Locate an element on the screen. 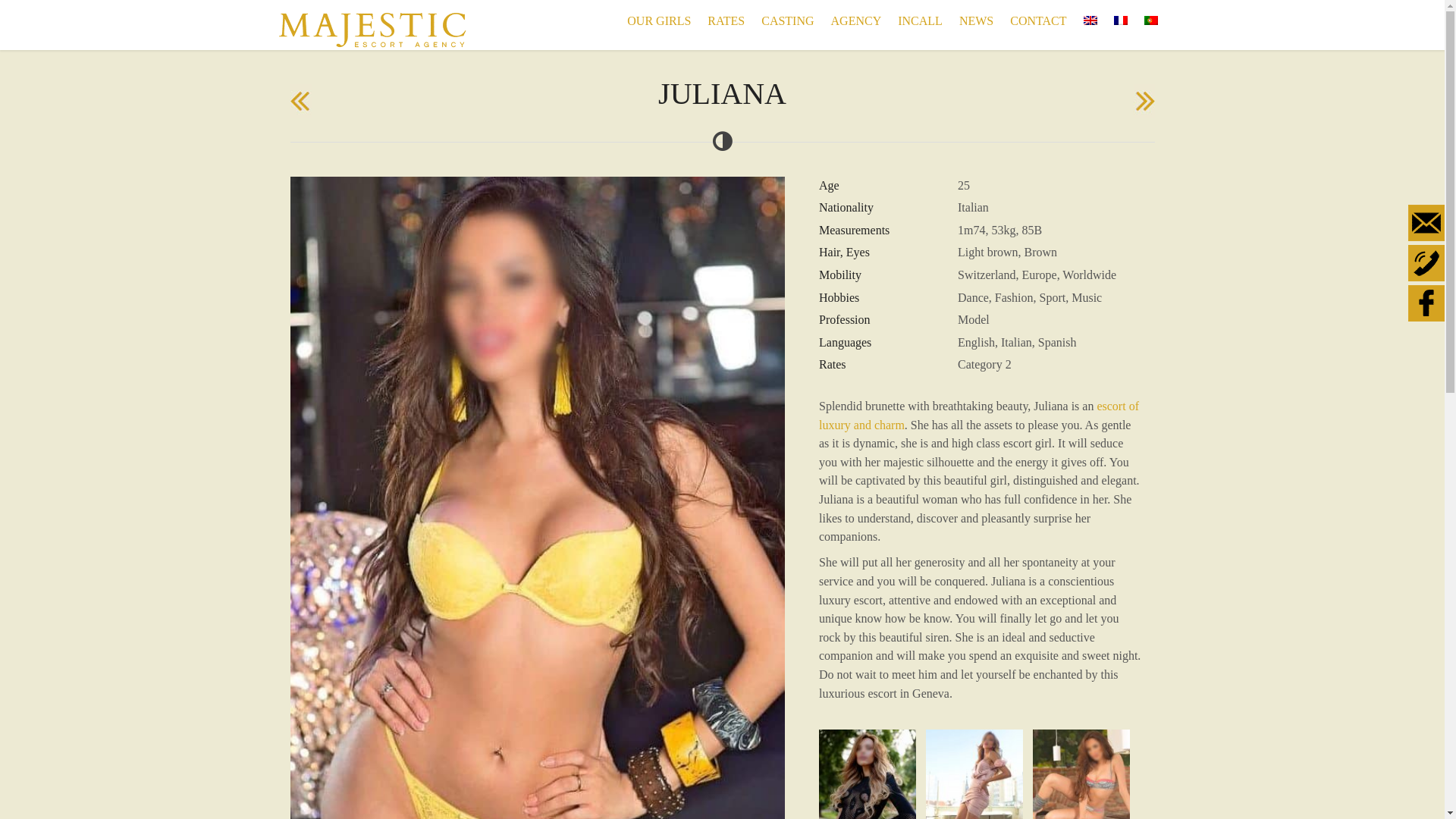  'Email us' is located at coordinates (1426, 222).